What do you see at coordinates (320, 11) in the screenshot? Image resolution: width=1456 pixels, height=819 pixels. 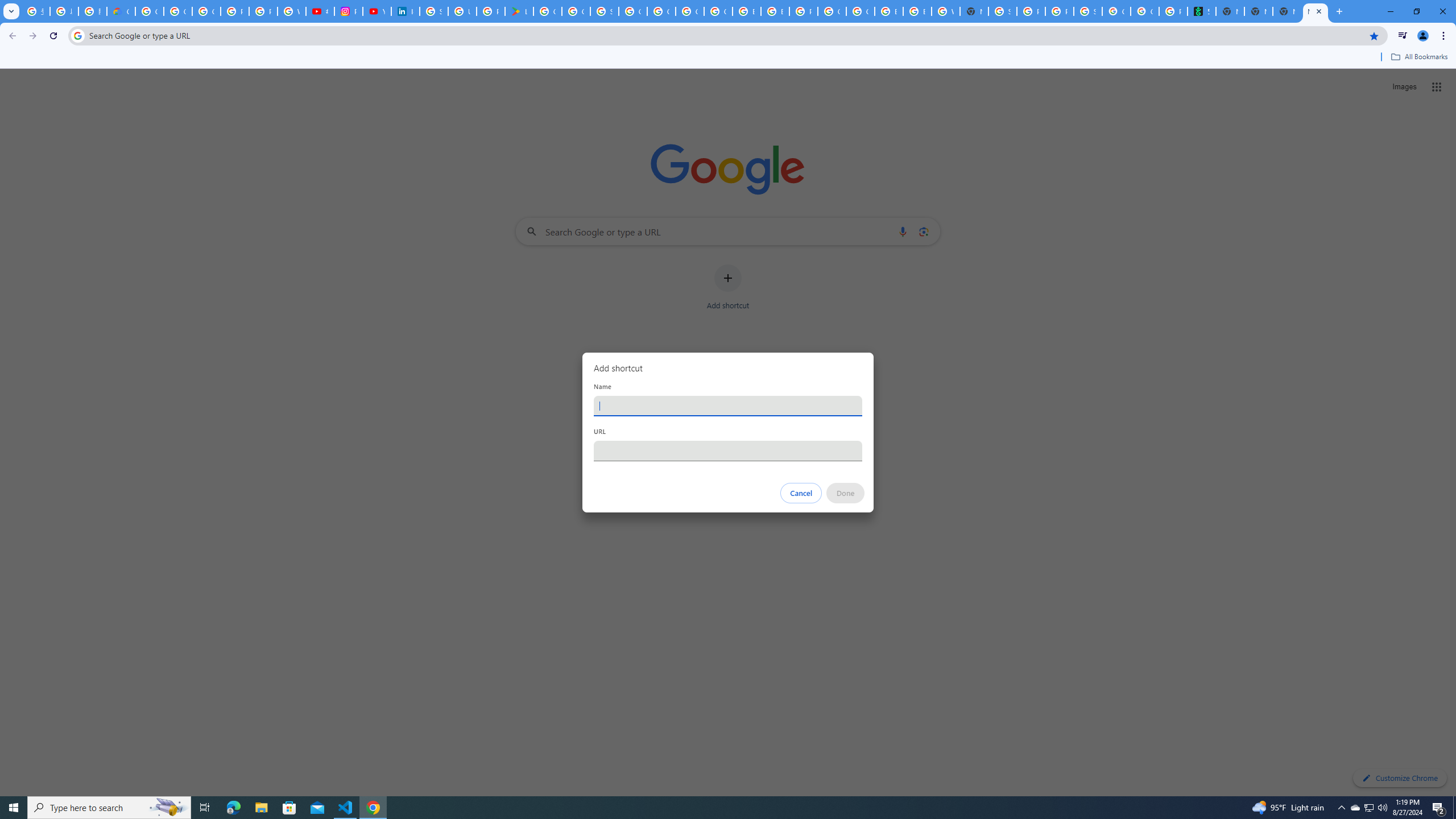 I see `'#nbabasketballhighlights - YouTube'` at bounding box center [320, 11].